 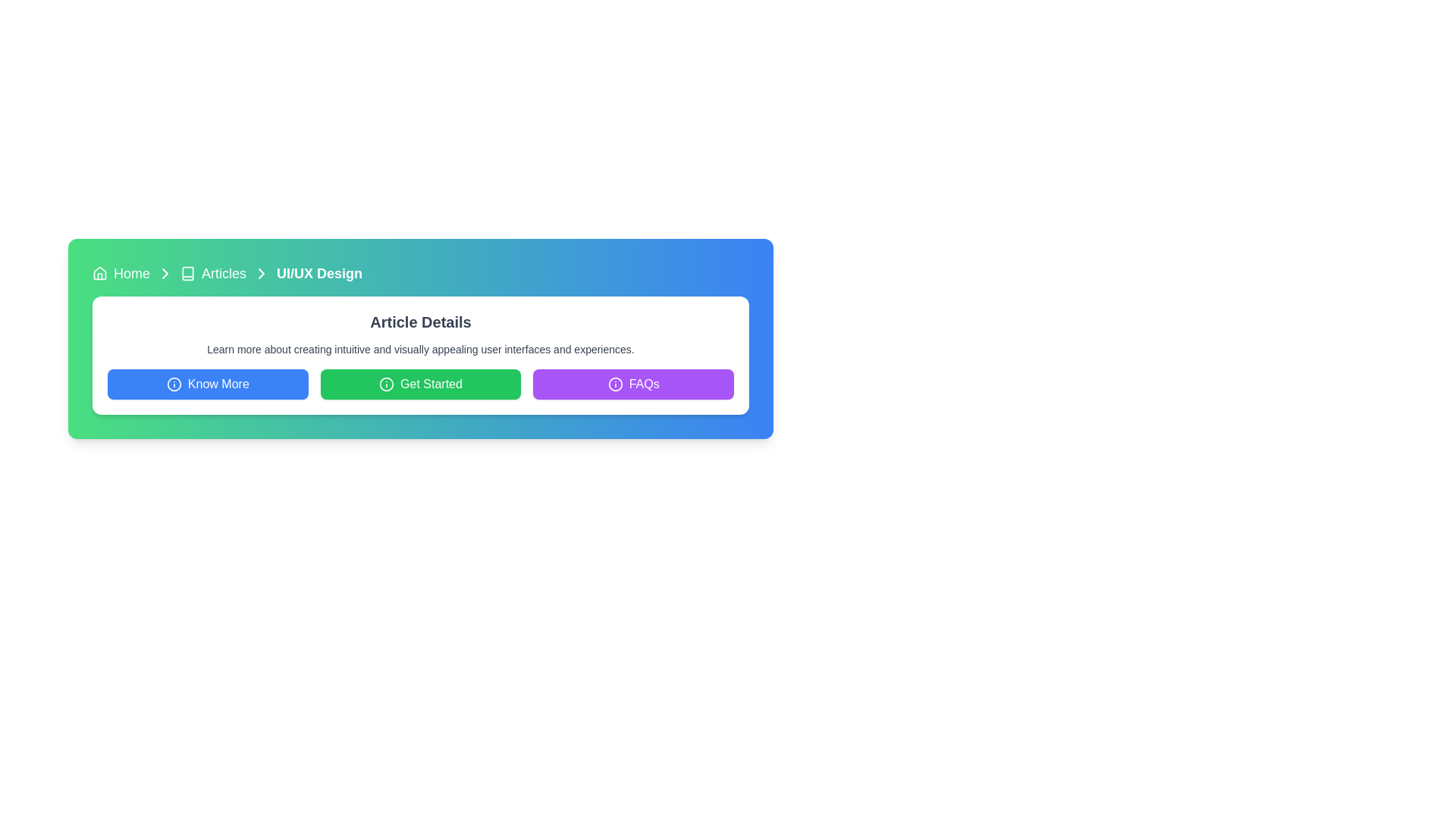 What do you see at coordinates (421, 350) in the screenshot?
I see `the static informational text located immediately below the heading 'Article Details' and above the buttons 'Know More,' 'Get Started,' and 'FAQs.'` at bounding box center [421, 350].